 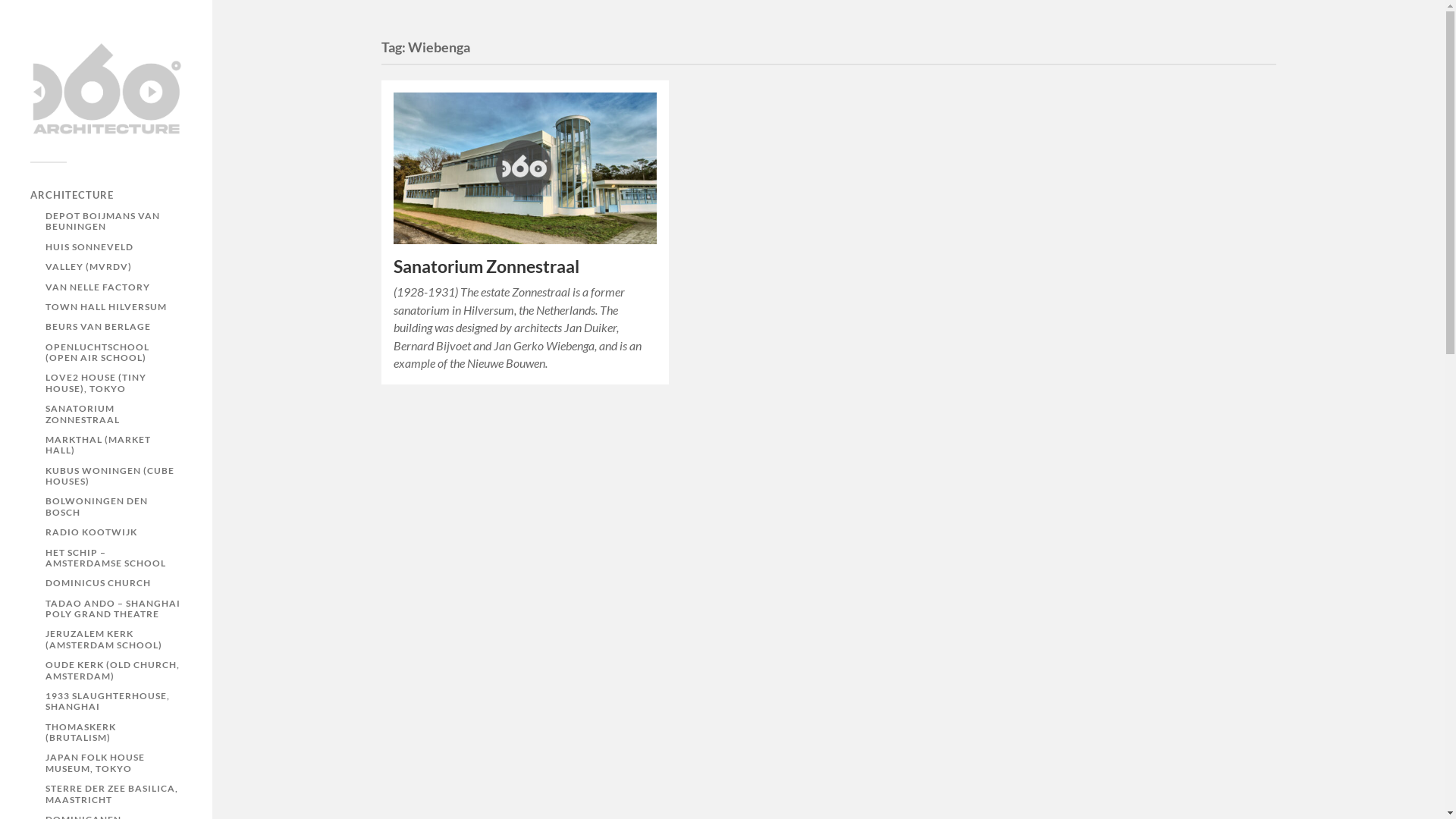 I want to click on 'TOWN HALL HILVERSUM', so click(x=105, y=306).